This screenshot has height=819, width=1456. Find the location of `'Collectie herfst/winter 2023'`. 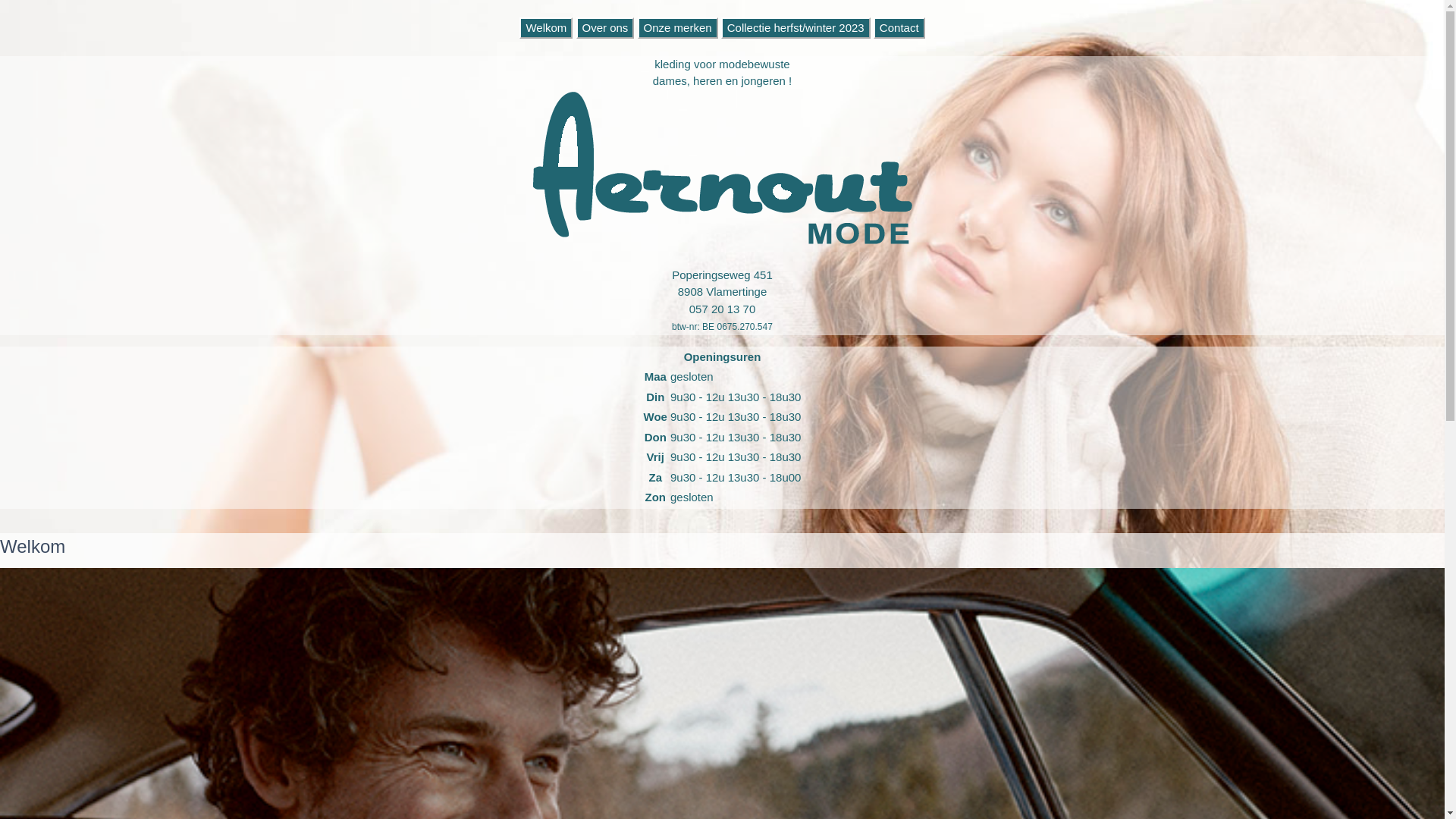

'Collectie herfst/winter 2023' is located at coordinates (795, 27).